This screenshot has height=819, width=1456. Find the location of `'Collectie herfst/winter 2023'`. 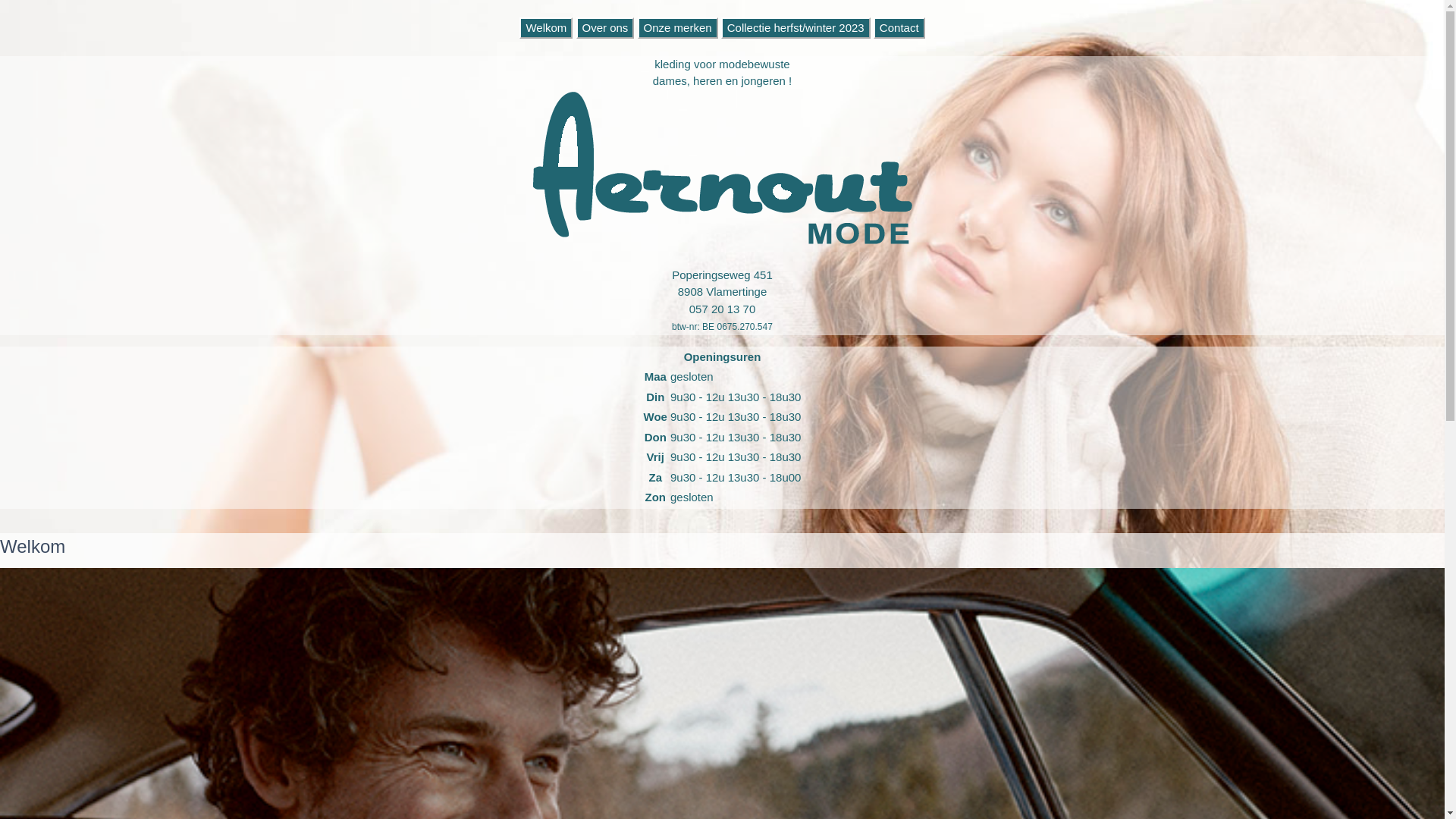

'Collectie herfst/winter 2023' is located at coordinates (795, 27).